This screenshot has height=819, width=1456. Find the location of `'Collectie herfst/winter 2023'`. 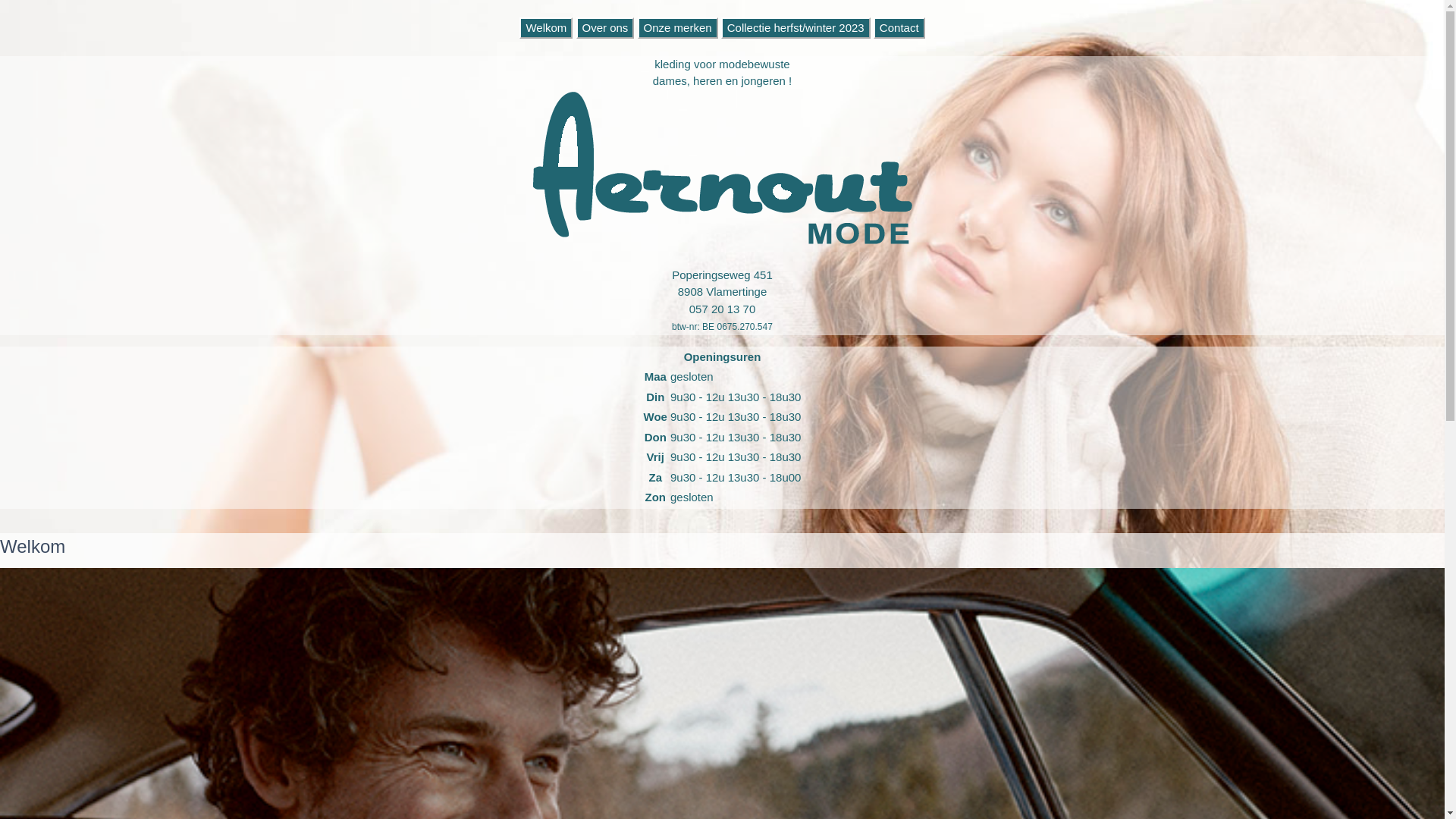

'Collectie herfst/winter 2023' is located at coordinates (795, 27).